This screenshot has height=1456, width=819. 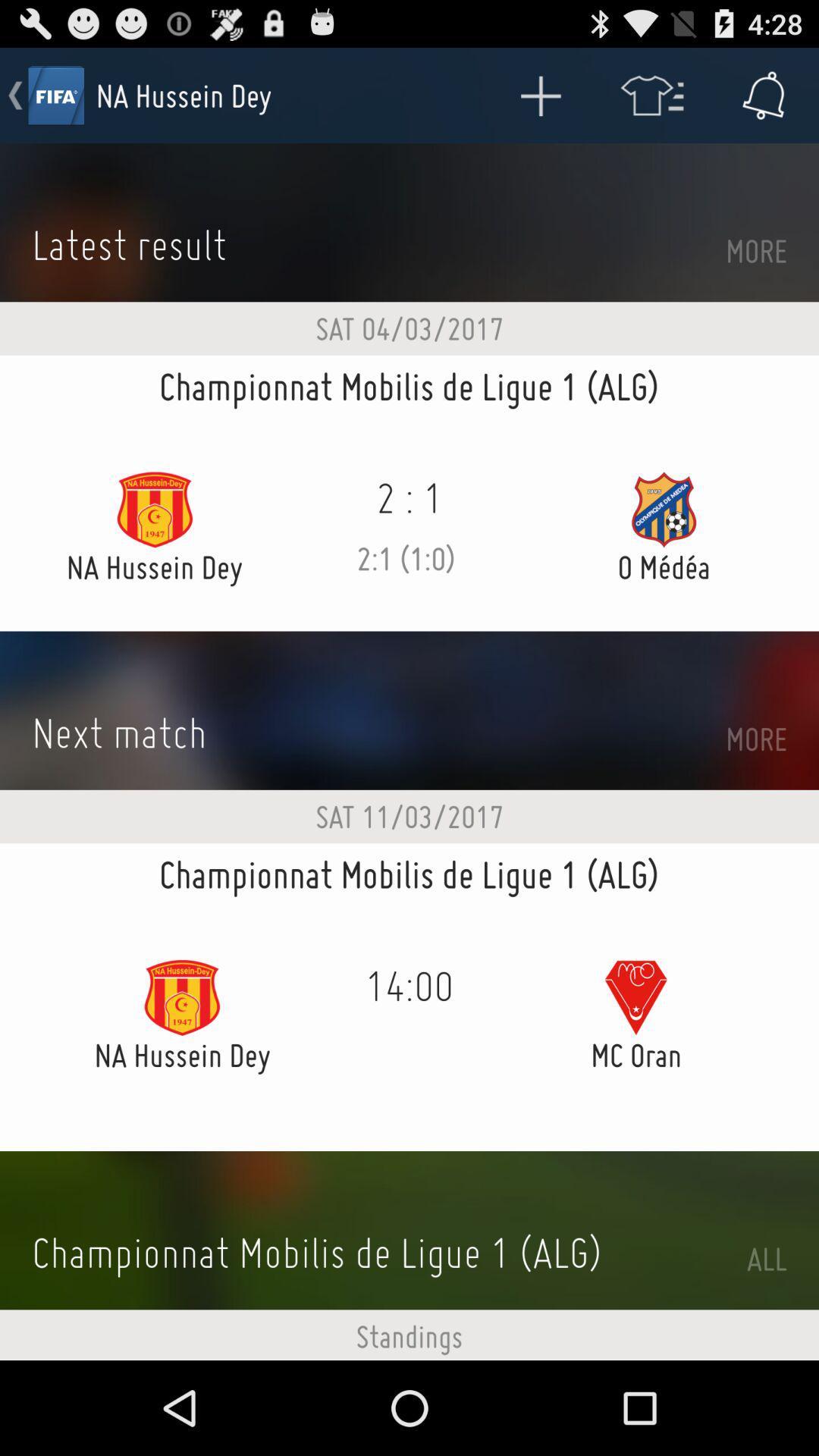 What do you see at coordinates (539, 94) in the screenshot?
I see `item next to na hussein dey app` at bounding box center [539, 94].